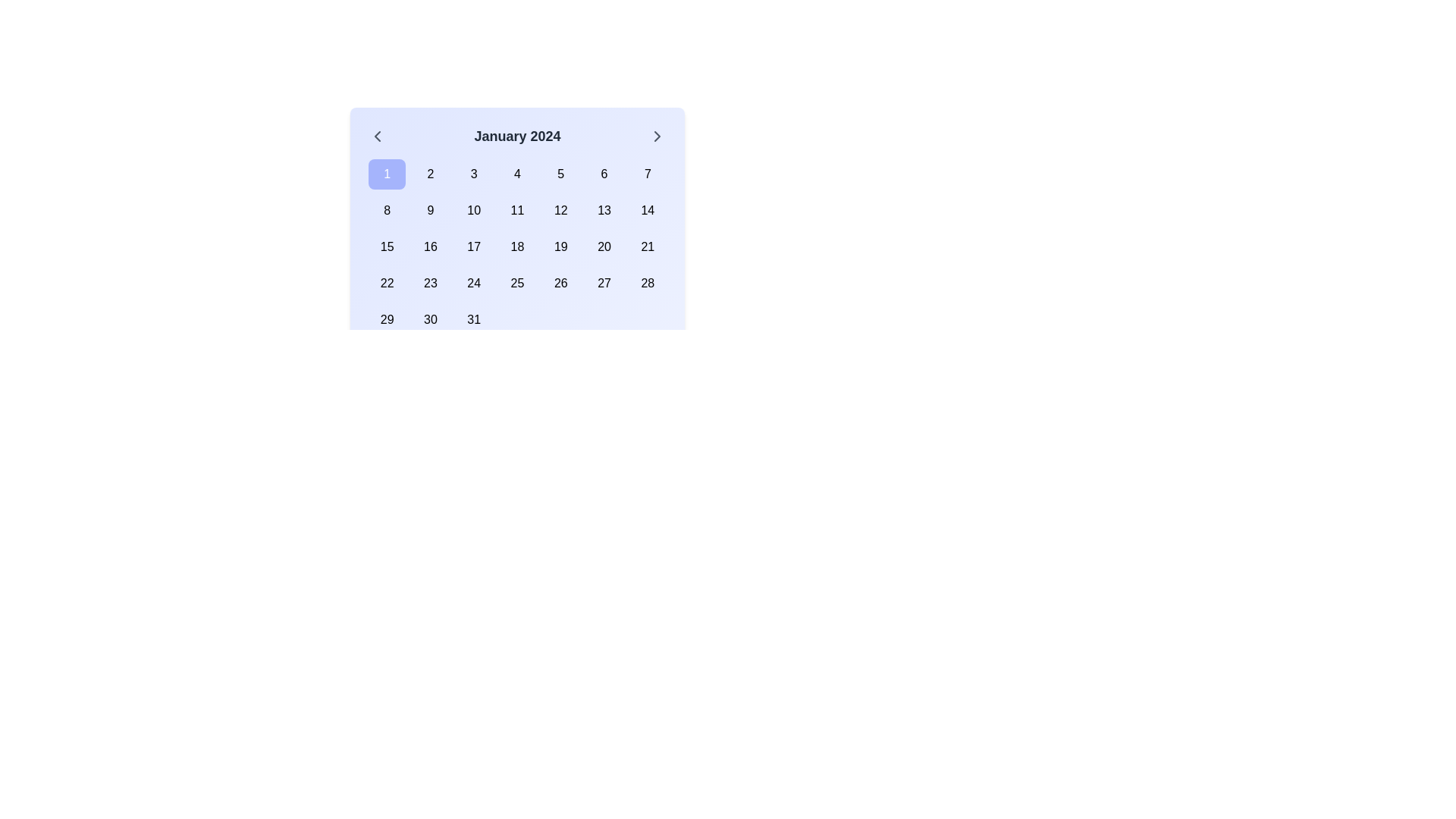 The width and height of the screenshot is (1456, 819). I want to click on the button labeled '22' in the first column of the fourth row of the number grid under 'January 2024' to visualize its hover effect, so click(387, 284).